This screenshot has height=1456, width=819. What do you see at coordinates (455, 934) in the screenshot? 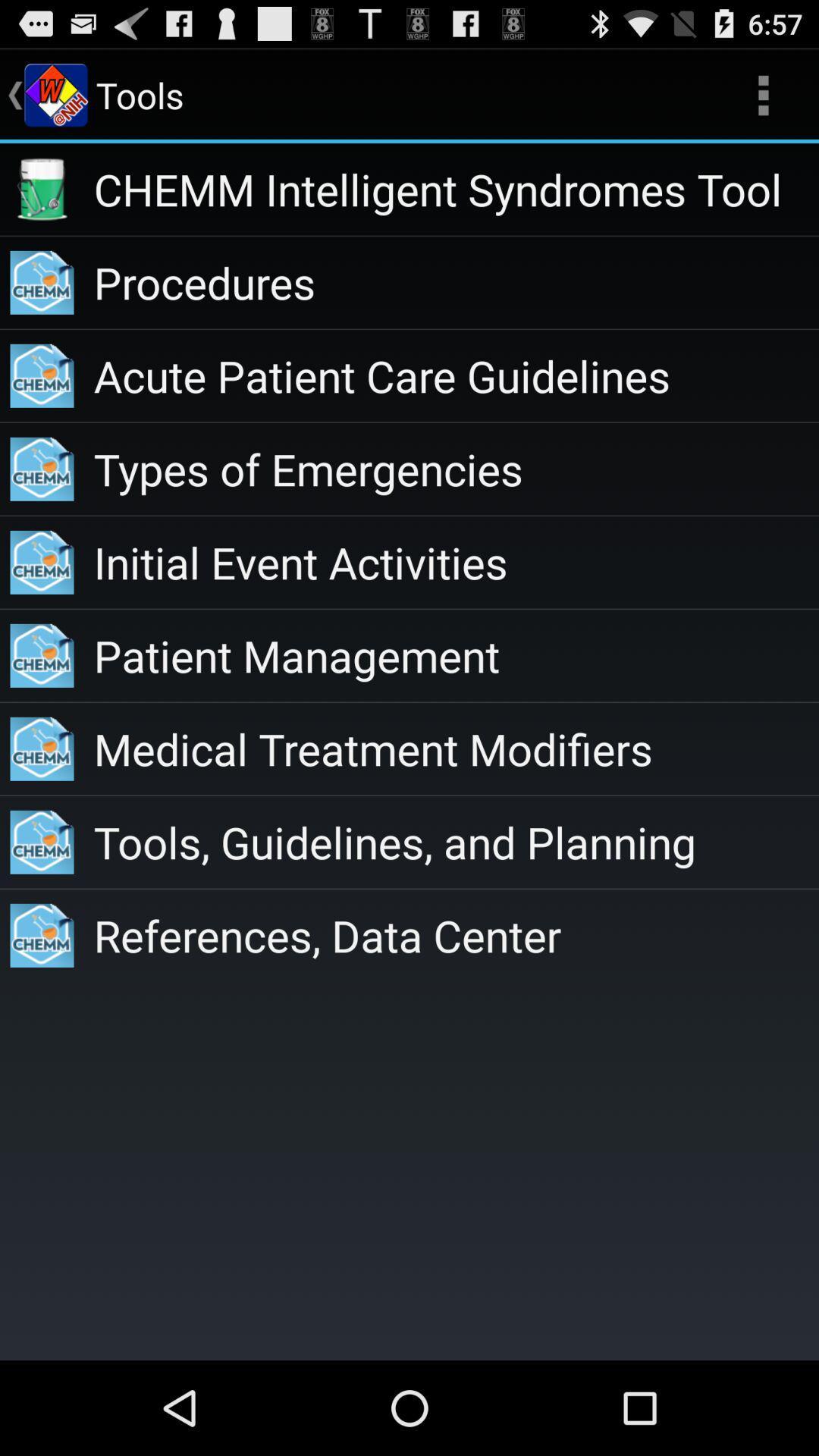
I see `references, data center item` at bounding box center [455, 934].